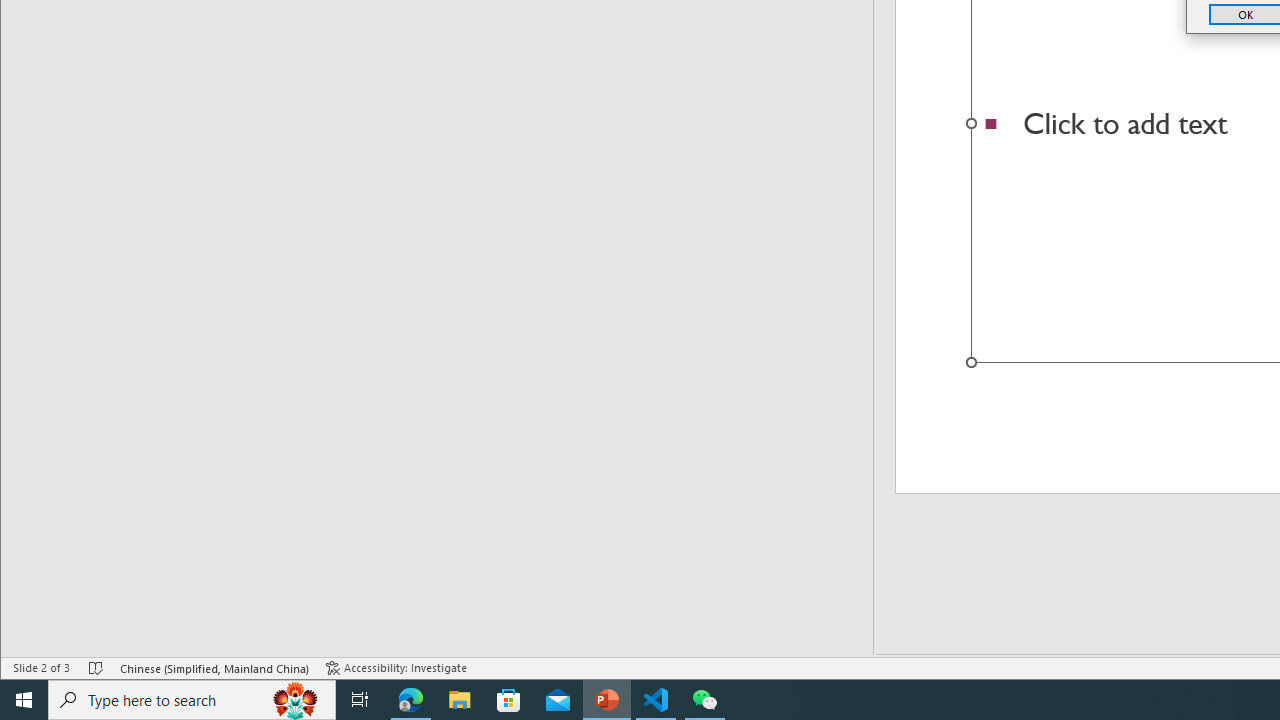 The height and width of the screenshot is (720, 1280). What do you see at coordinates (459, 698) in the screenshot?
I see `'File Explorer'` at bounding box center [459, 698].